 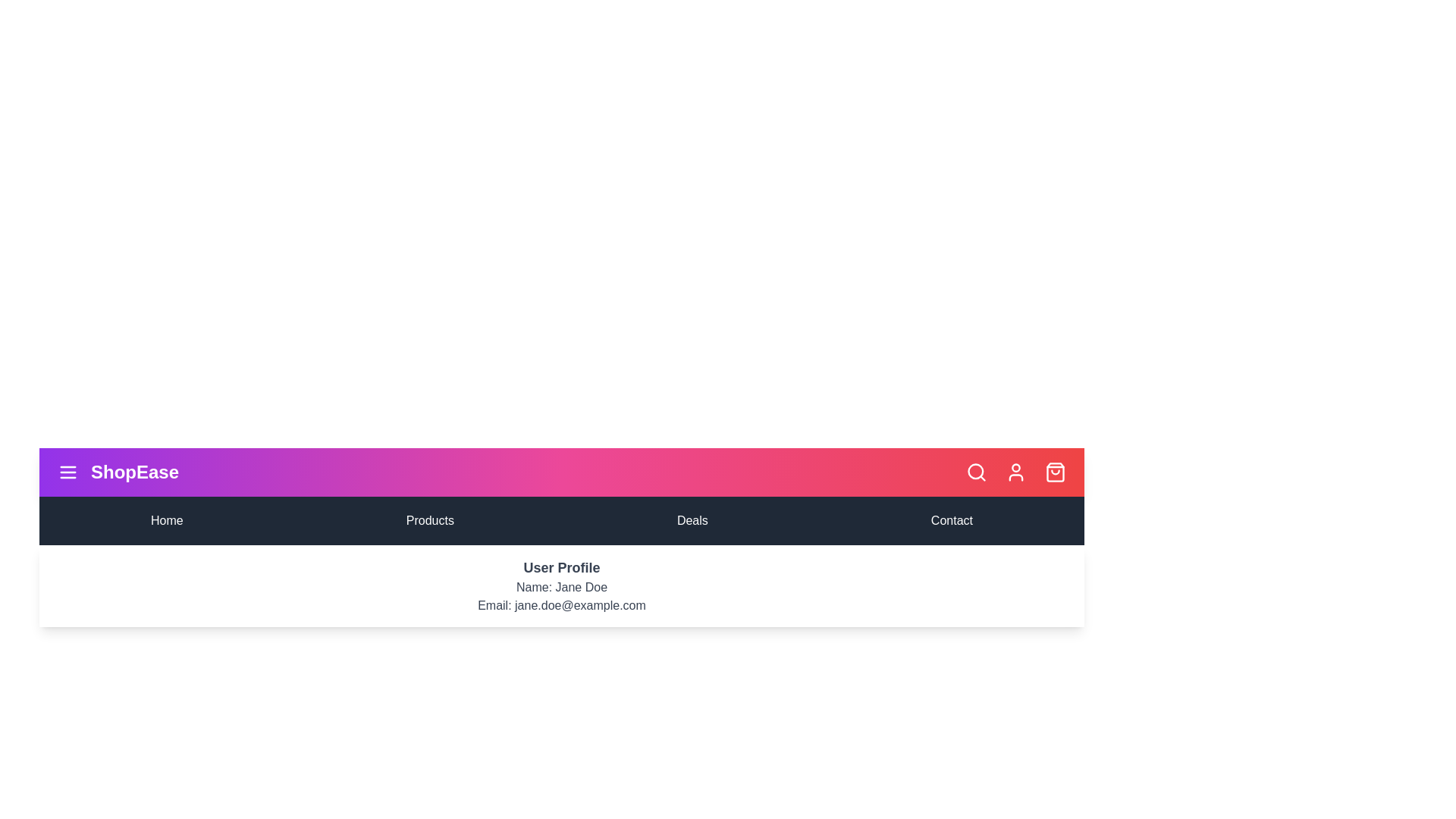 I want to click on the menu item Contact to navigate to the corresponding section, so click(x=950, y=519).